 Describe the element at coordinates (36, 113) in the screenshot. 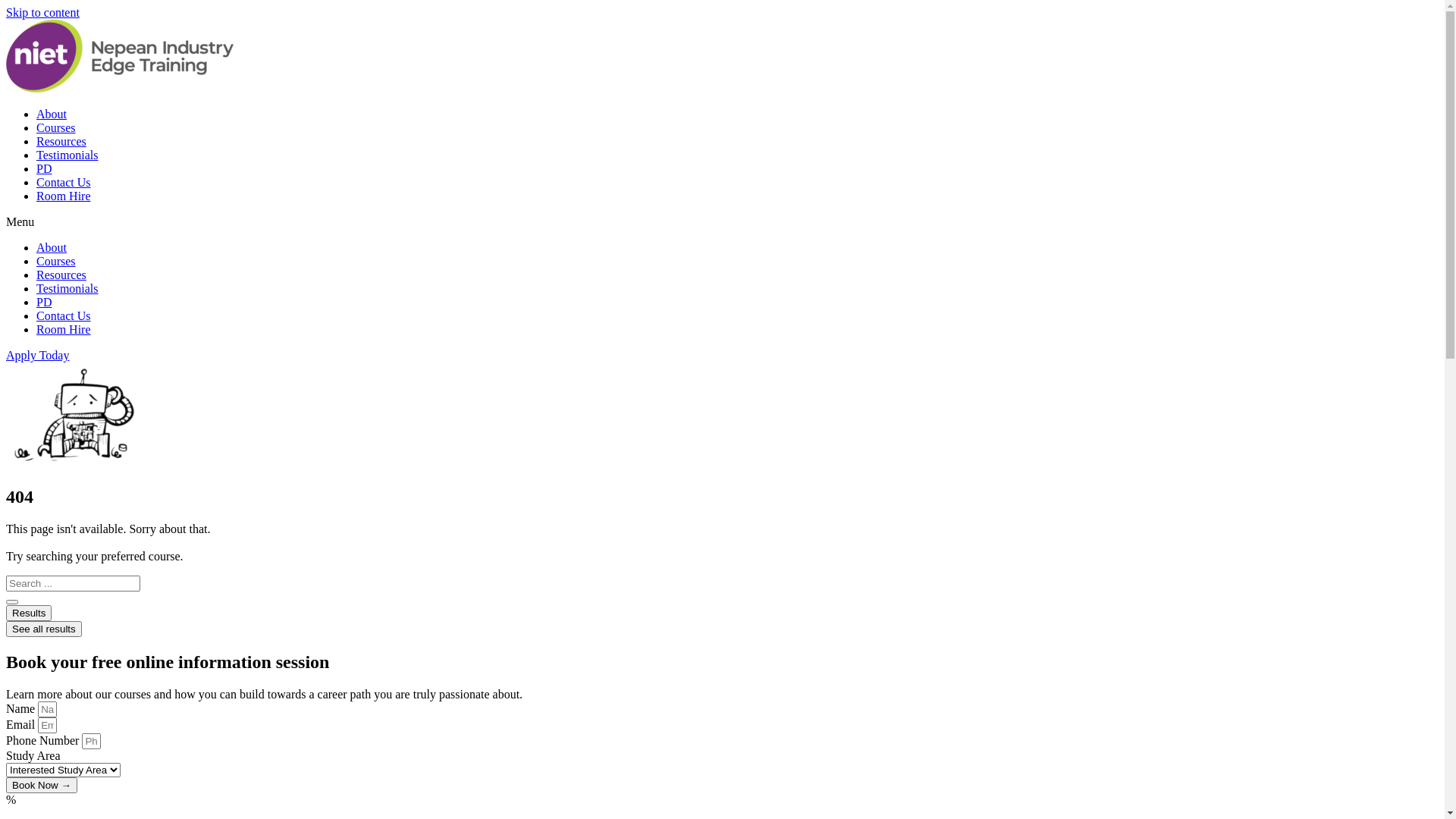

I see `'About'` at that location.